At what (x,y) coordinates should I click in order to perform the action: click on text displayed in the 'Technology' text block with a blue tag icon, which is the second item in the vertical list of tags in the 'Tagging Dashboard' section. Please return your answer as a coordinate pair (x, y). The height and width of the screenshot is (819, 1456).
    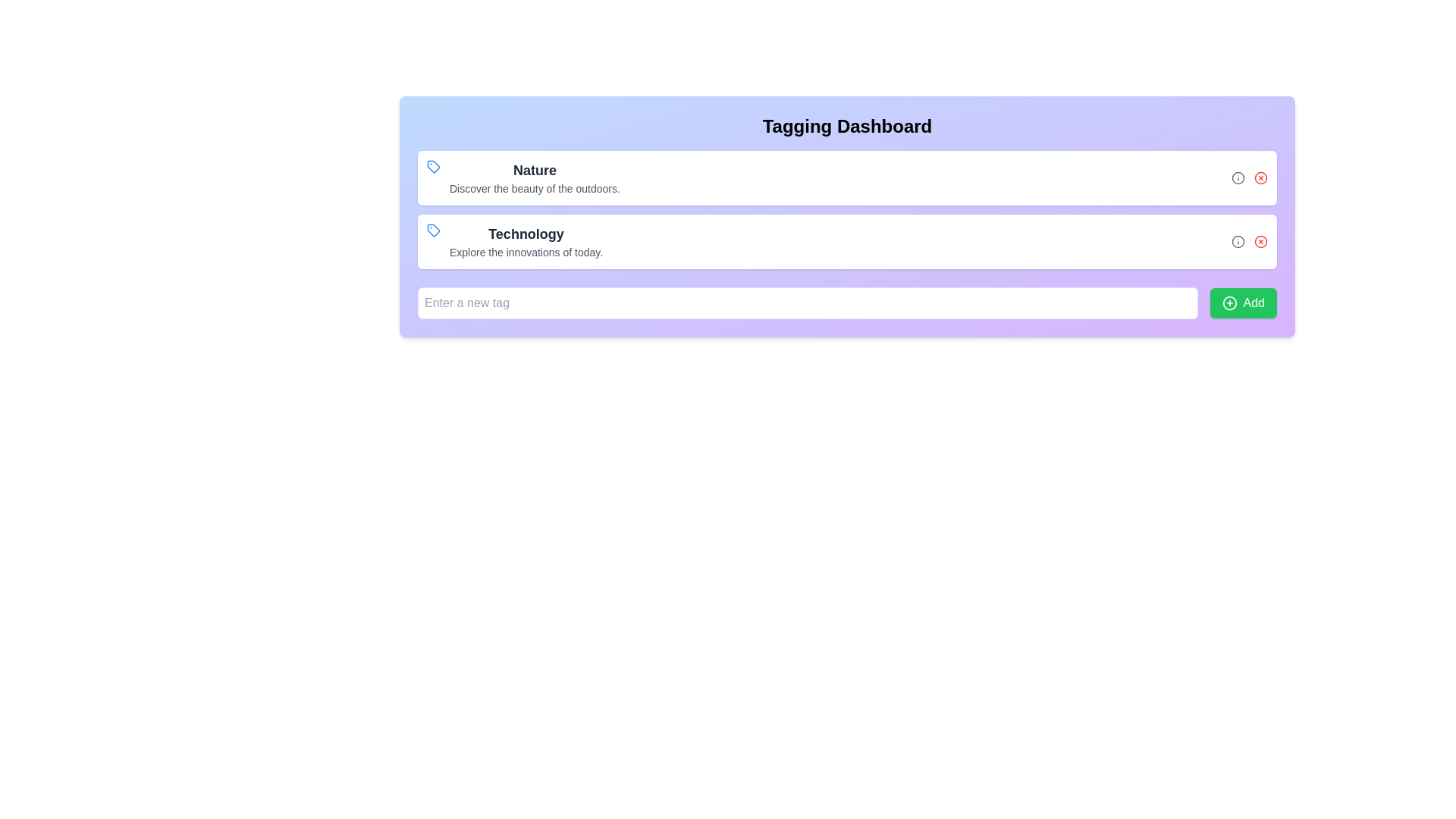
    Looking at the image, I should click on (515, 241).